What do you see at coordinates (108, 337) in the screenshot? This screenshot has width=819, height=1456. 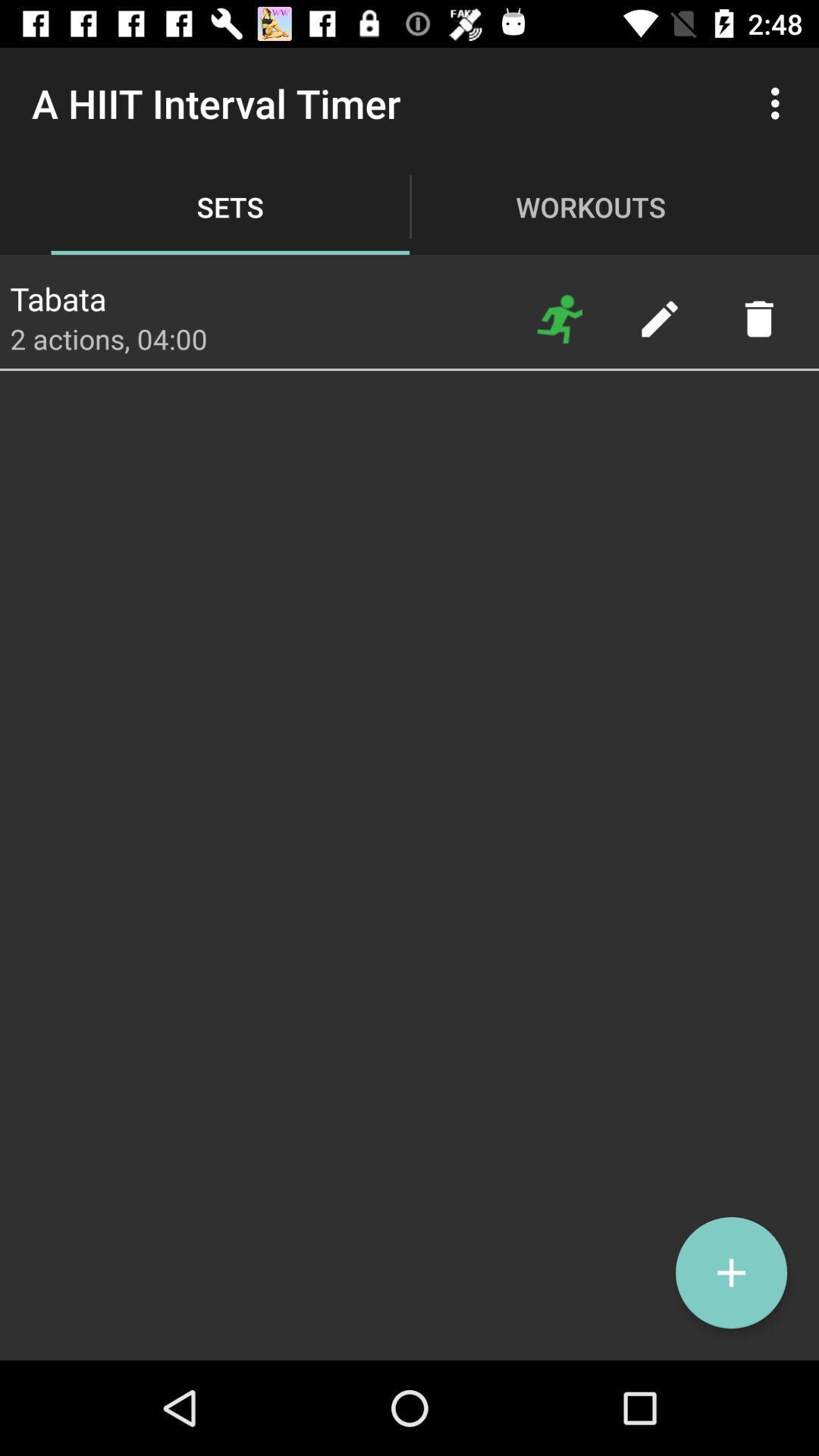 I see `item below tabata` at bounding box center [108, 337].